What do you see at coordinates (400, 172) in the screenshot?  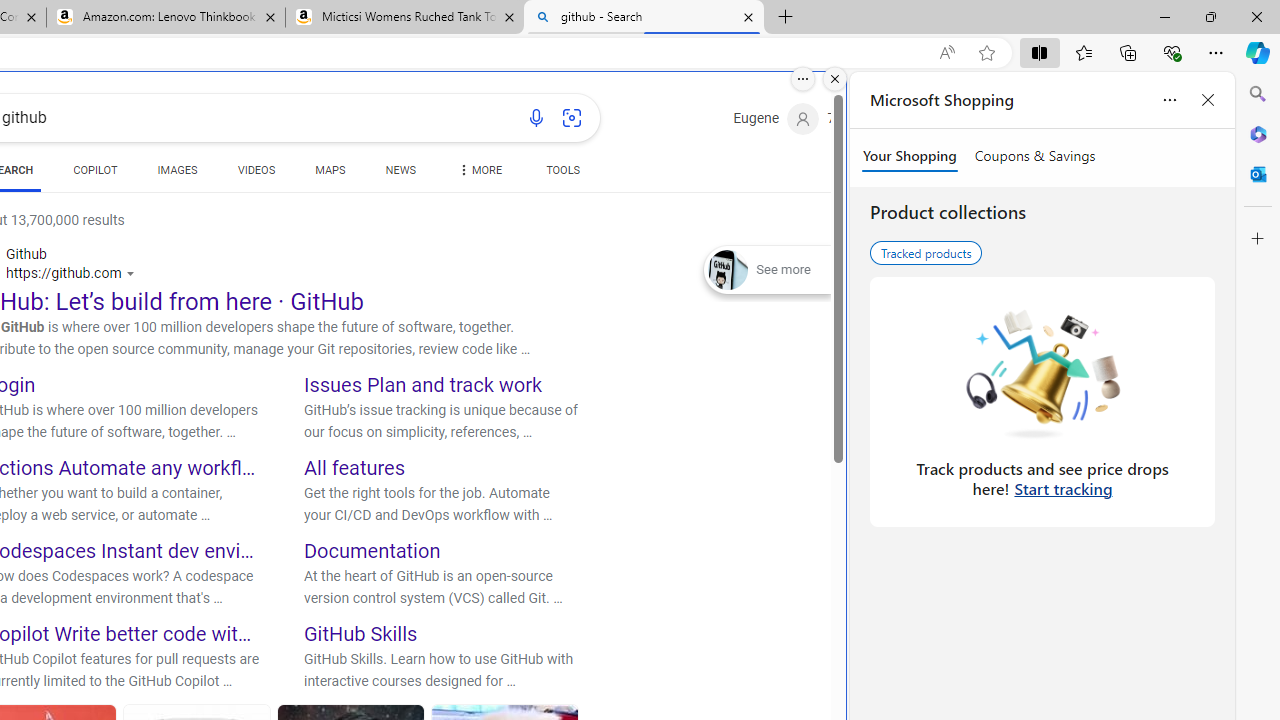 I see `'NEWS'` at bounding box center [400, 172].